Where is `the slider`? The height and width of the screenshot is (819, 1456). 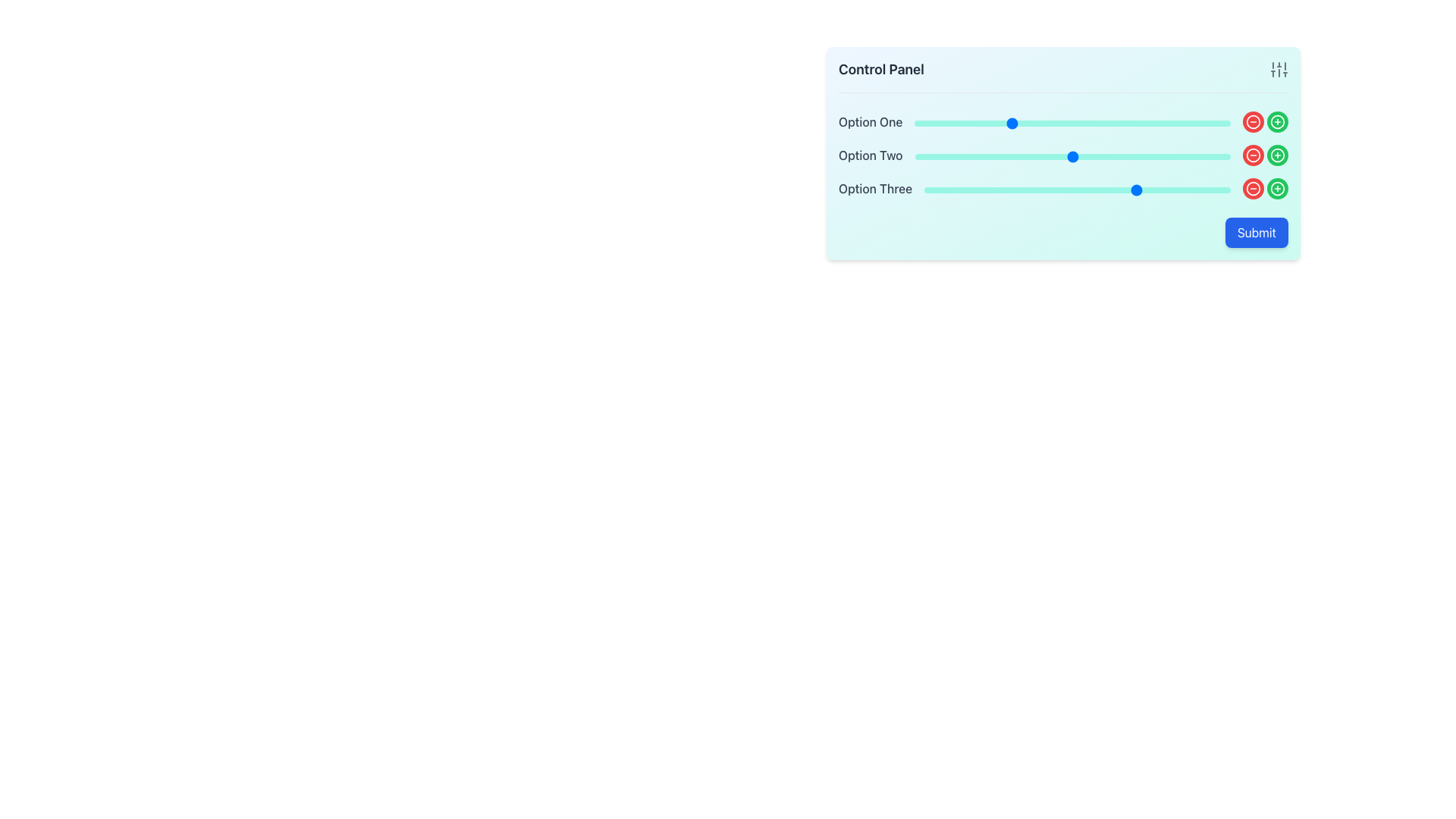
the slider is located at coordinates (1227, 157).